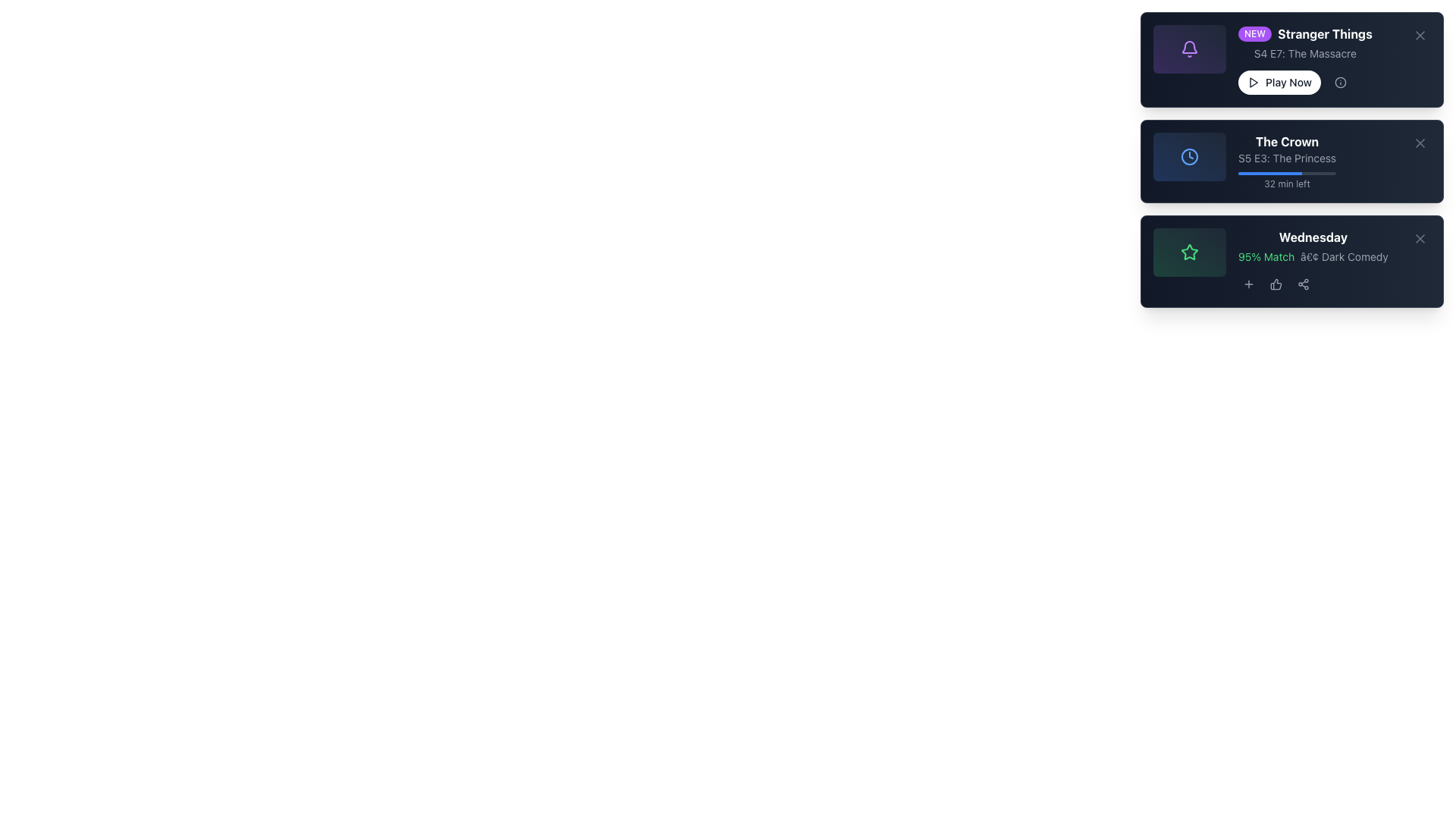 Image resolution: width=1456 pixels, height=819 pixels. Describe the element at coordinates (1189, 49) in the screenshot. I see `the notification icon located on the left edge of the 'Stranger Things' section` at that location.